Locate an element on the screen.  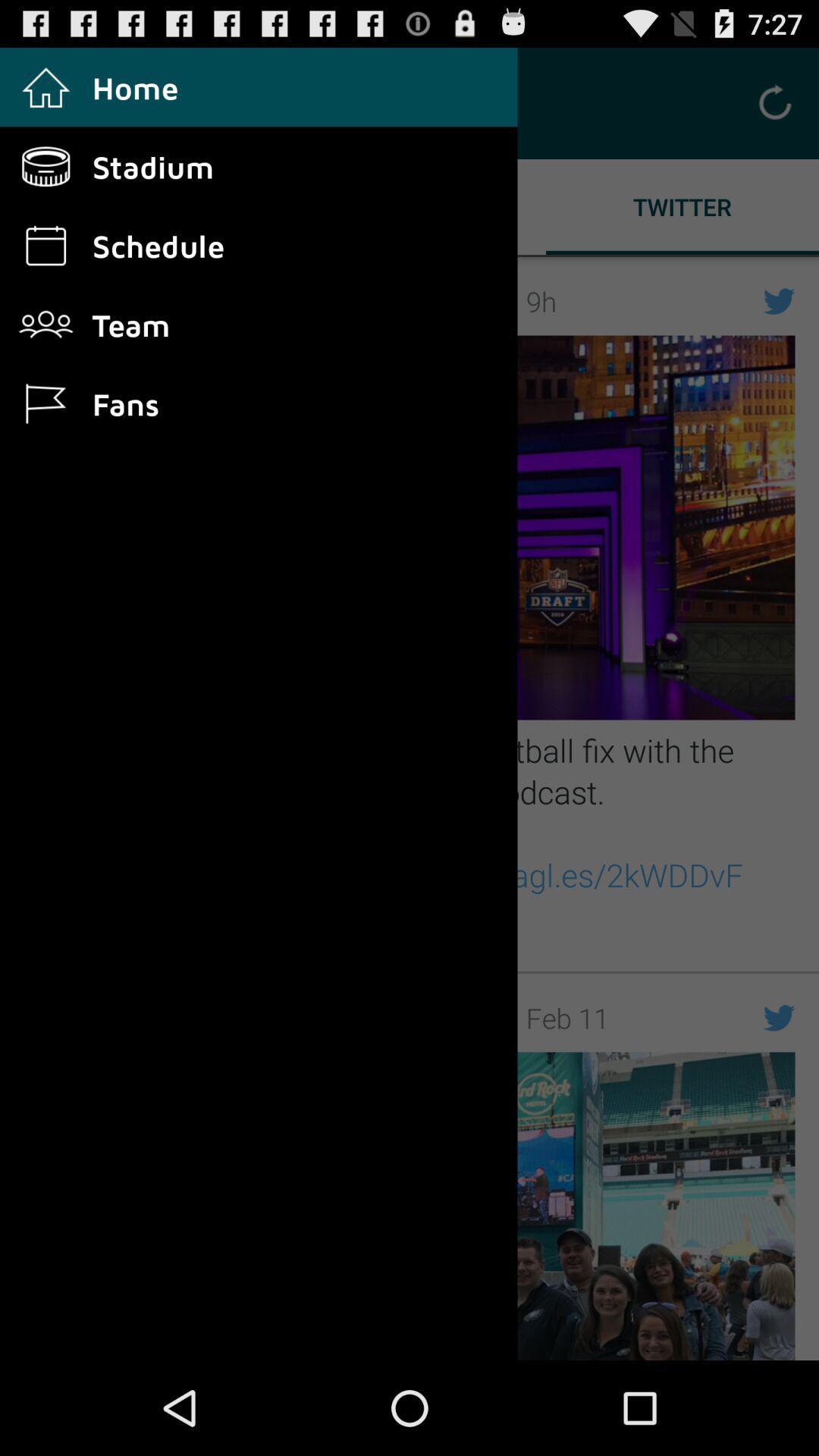
twitter icon right to 9h is located at coordinates (780, 301).